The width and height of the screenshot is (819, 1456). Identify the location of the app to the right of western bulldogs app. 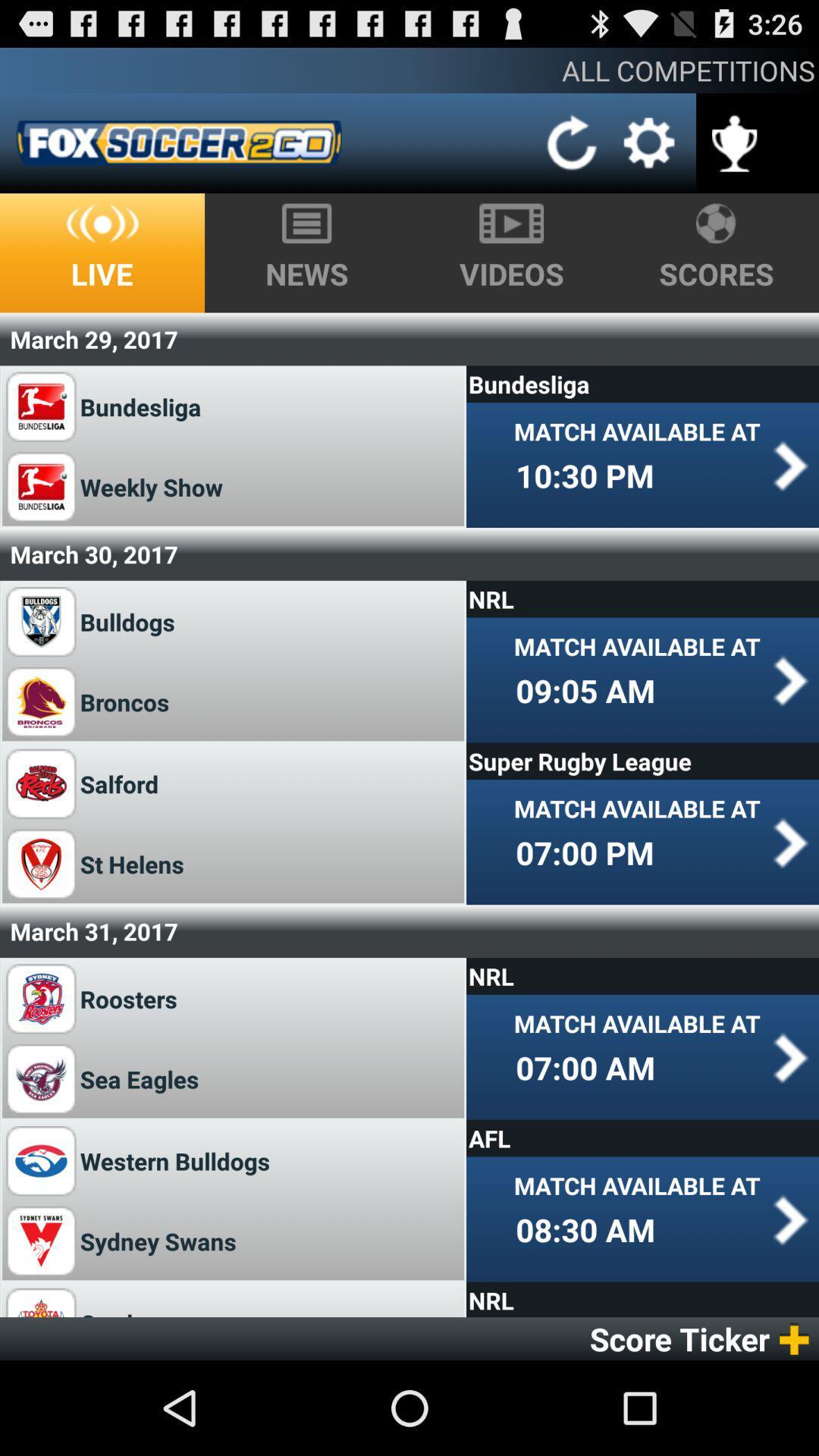
(642, 1138).